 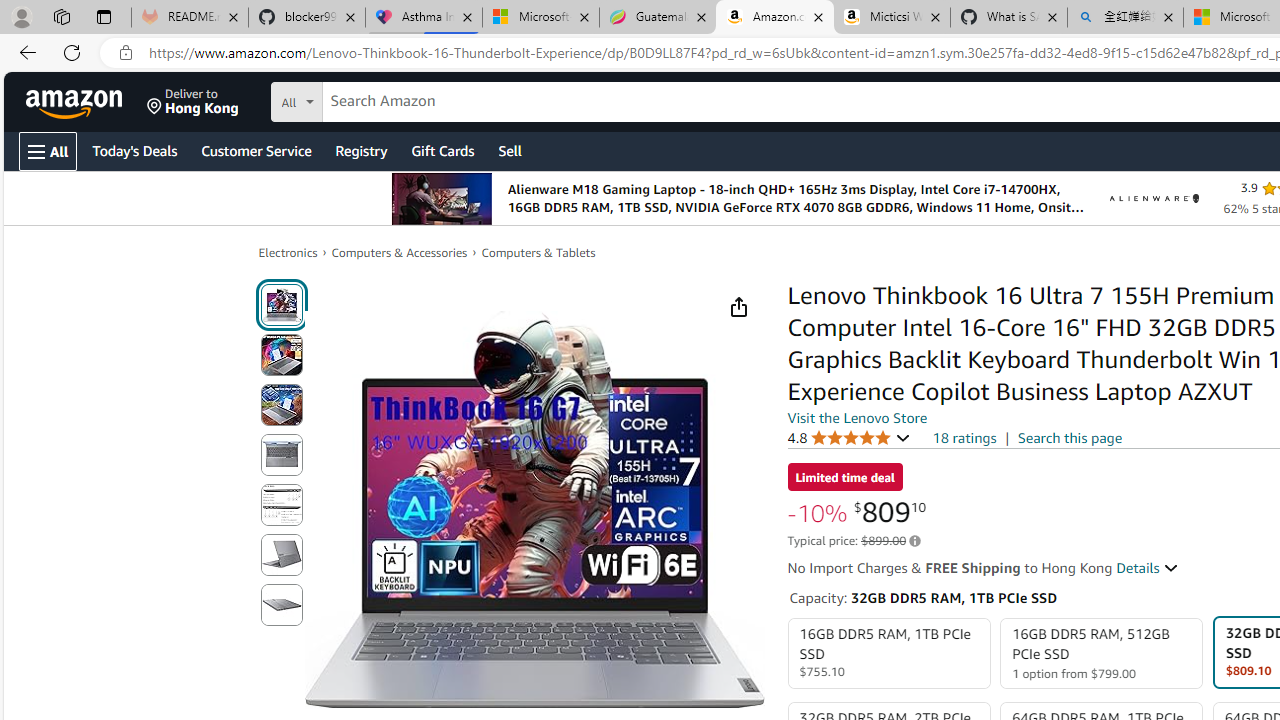 I want to click on 'Today', so click(x=133, y=149).